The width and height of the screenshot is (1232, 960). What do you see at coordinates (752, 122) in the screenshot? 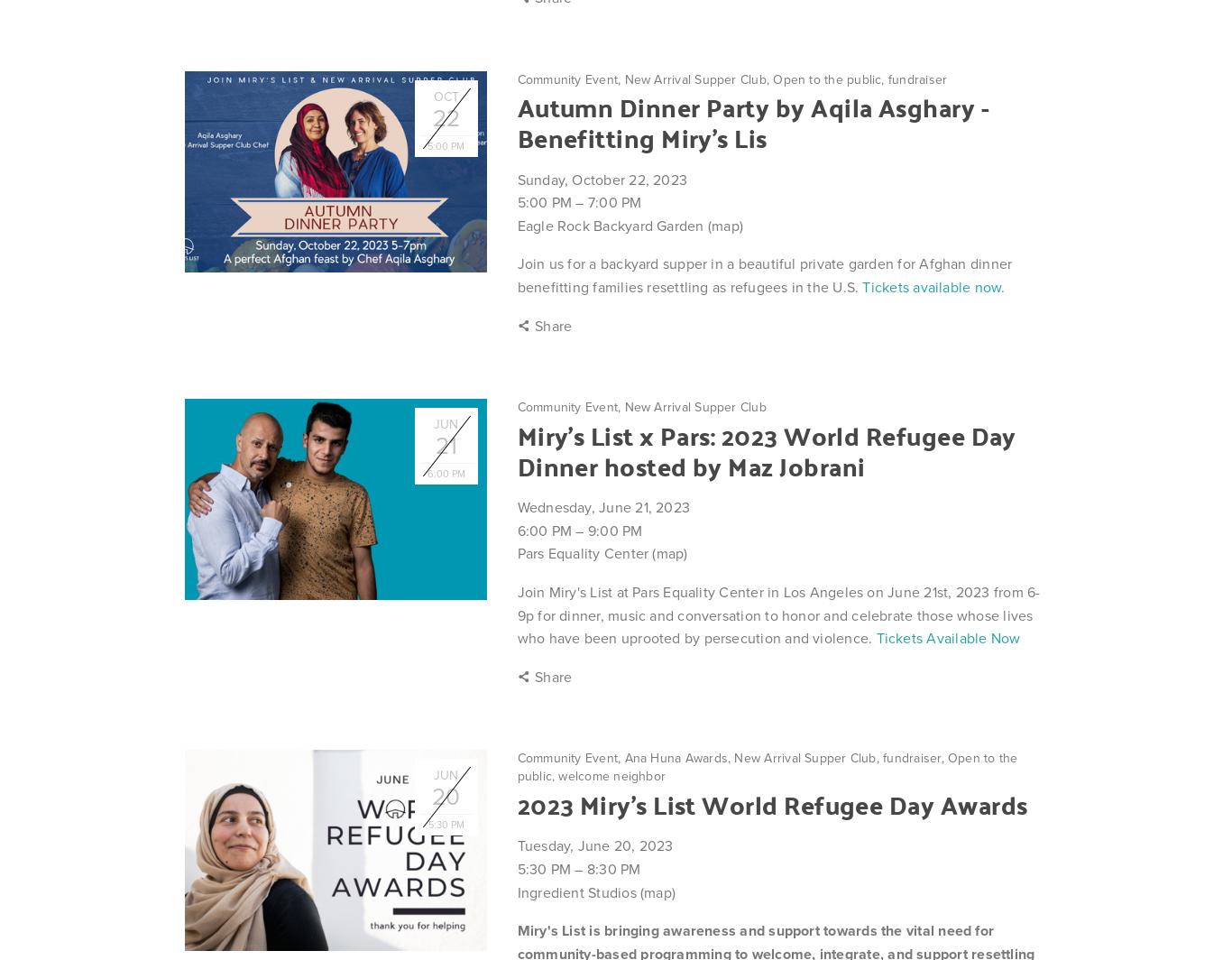
I see `'Autumn Dinner Party by Aqila Asghary - Benefitting Miry's Lis'` at bounding box center [752, 122].